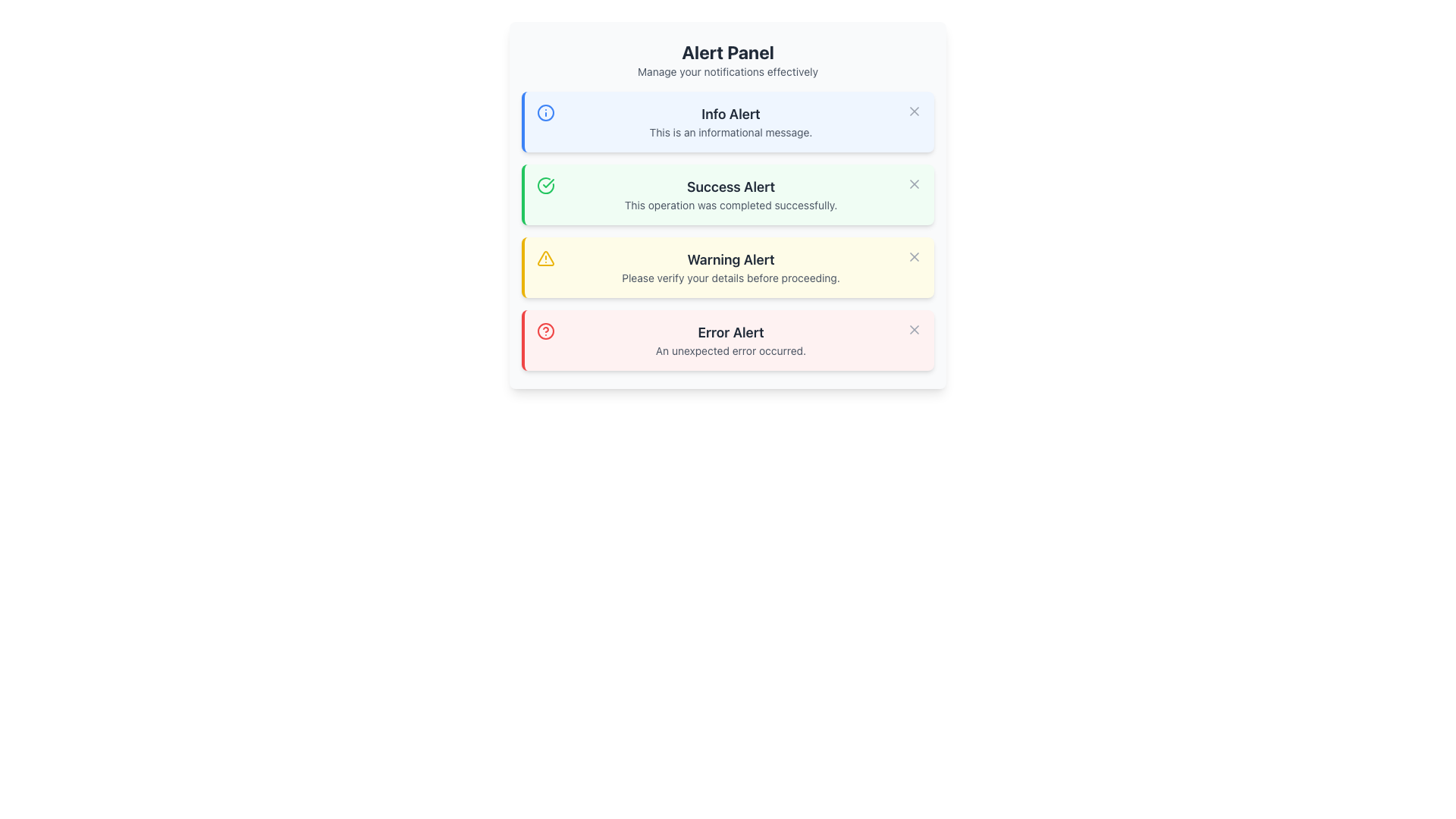  I want to click on the dismiss icon located in the top-right corner of the 'Success Alert' box, so click(913, 184).